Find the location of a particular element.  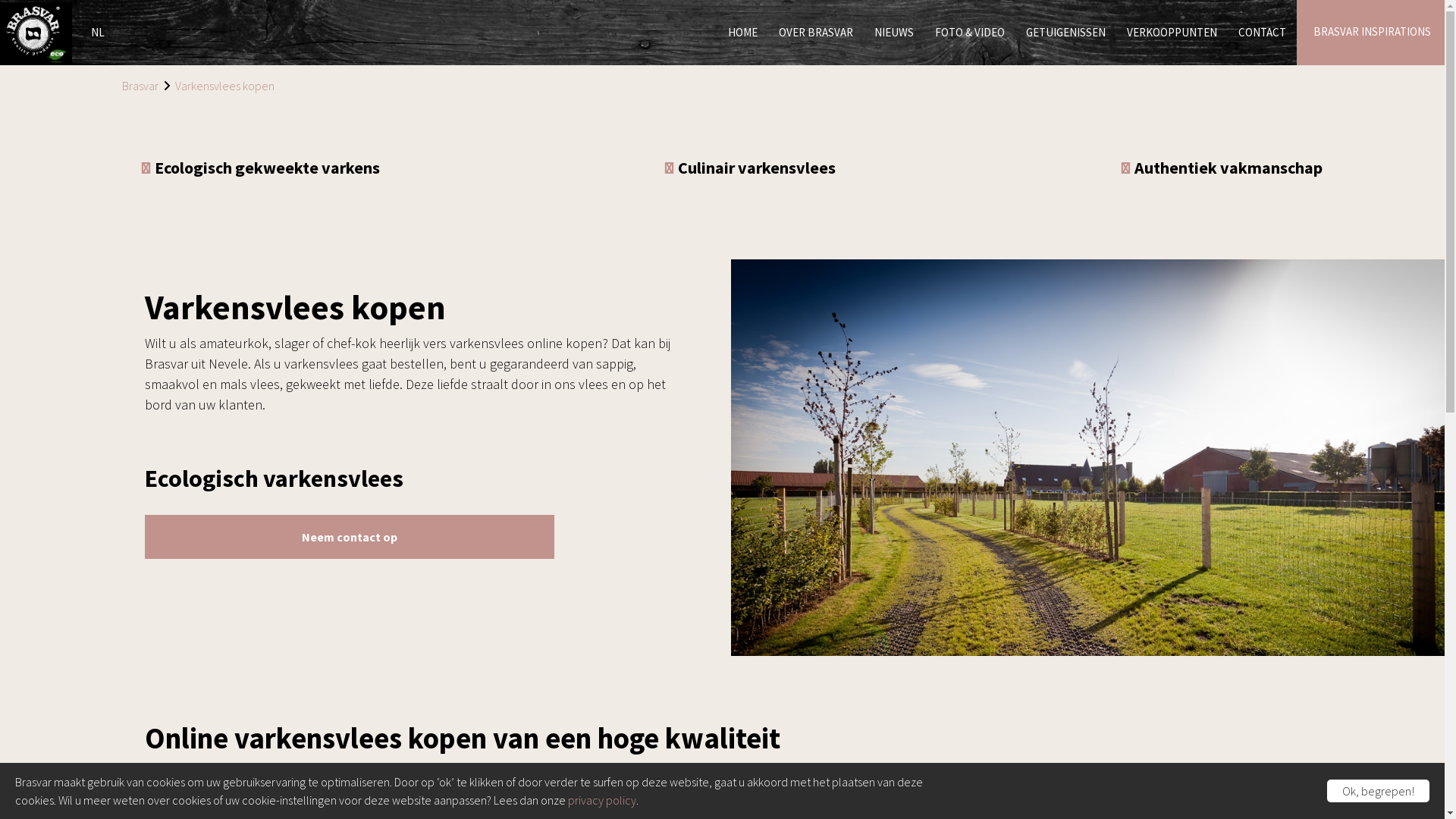

'duurzaam vlees' is located at coordinates (1092, 789).